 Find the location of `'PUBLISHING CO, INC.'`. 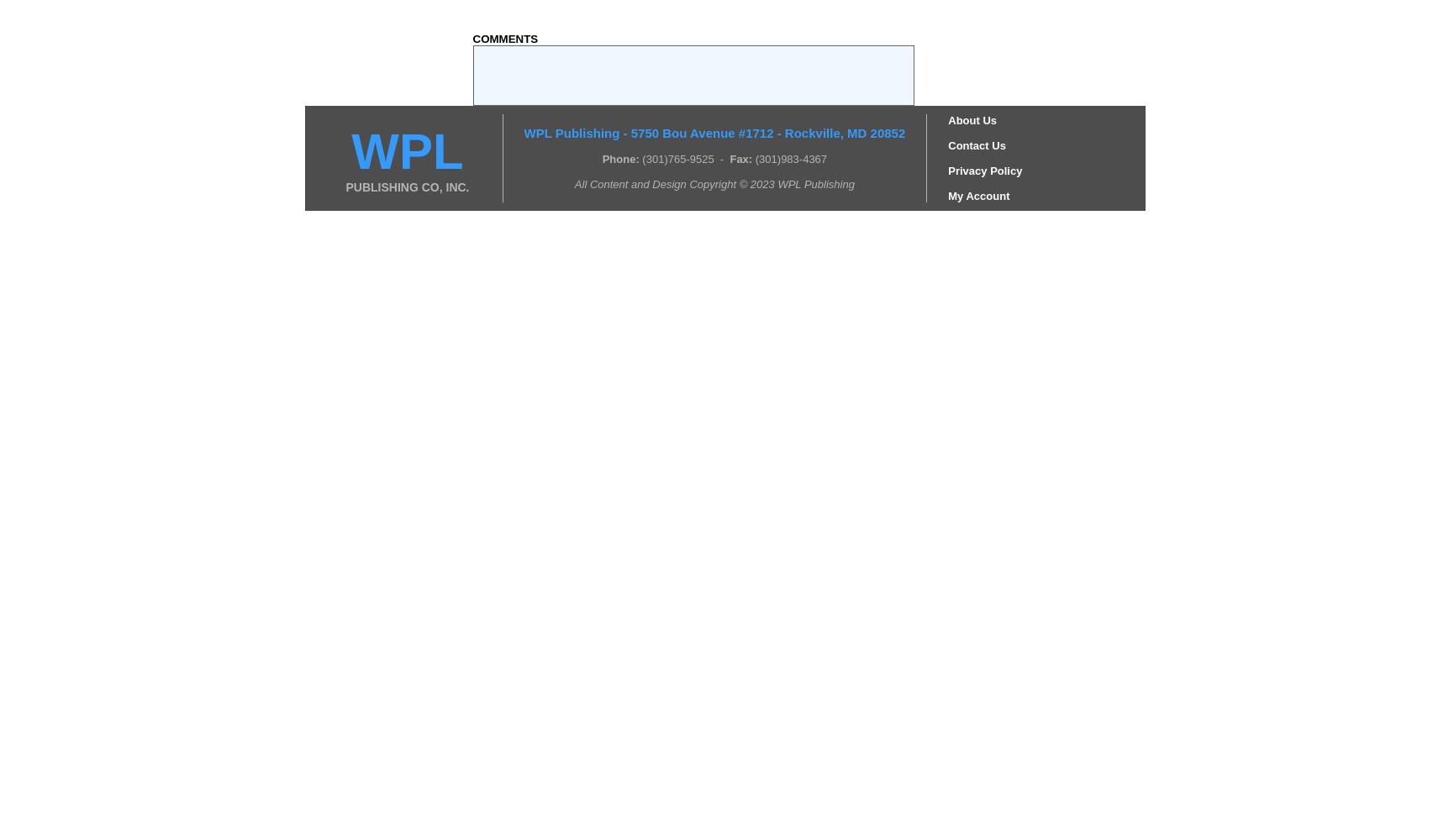

'PUBLISHING CO, INC.' is located at coordinates (406, 186).